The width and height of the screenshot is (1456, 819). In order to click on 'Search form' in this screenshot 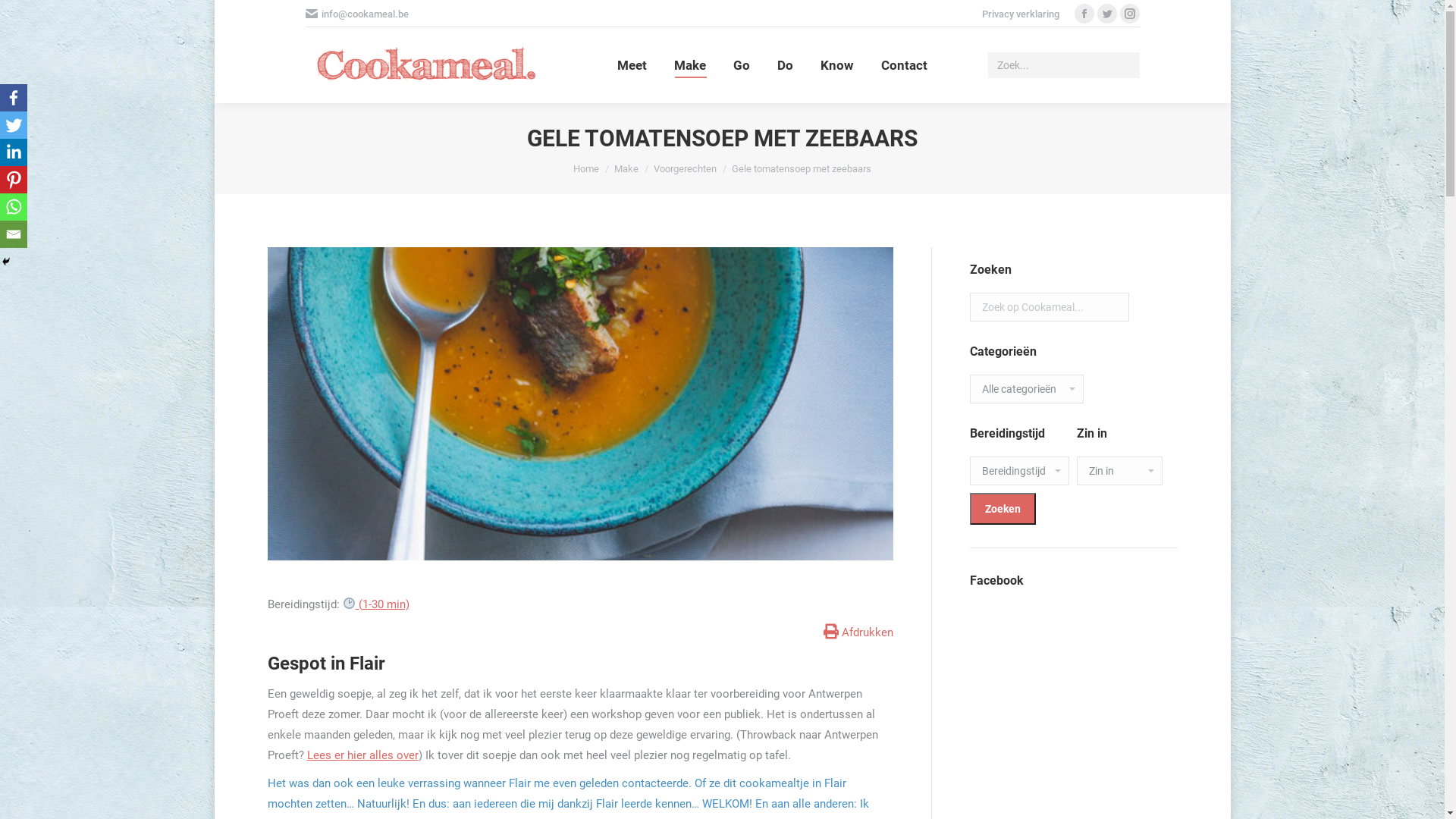, I will do `click(1062, 64)`.